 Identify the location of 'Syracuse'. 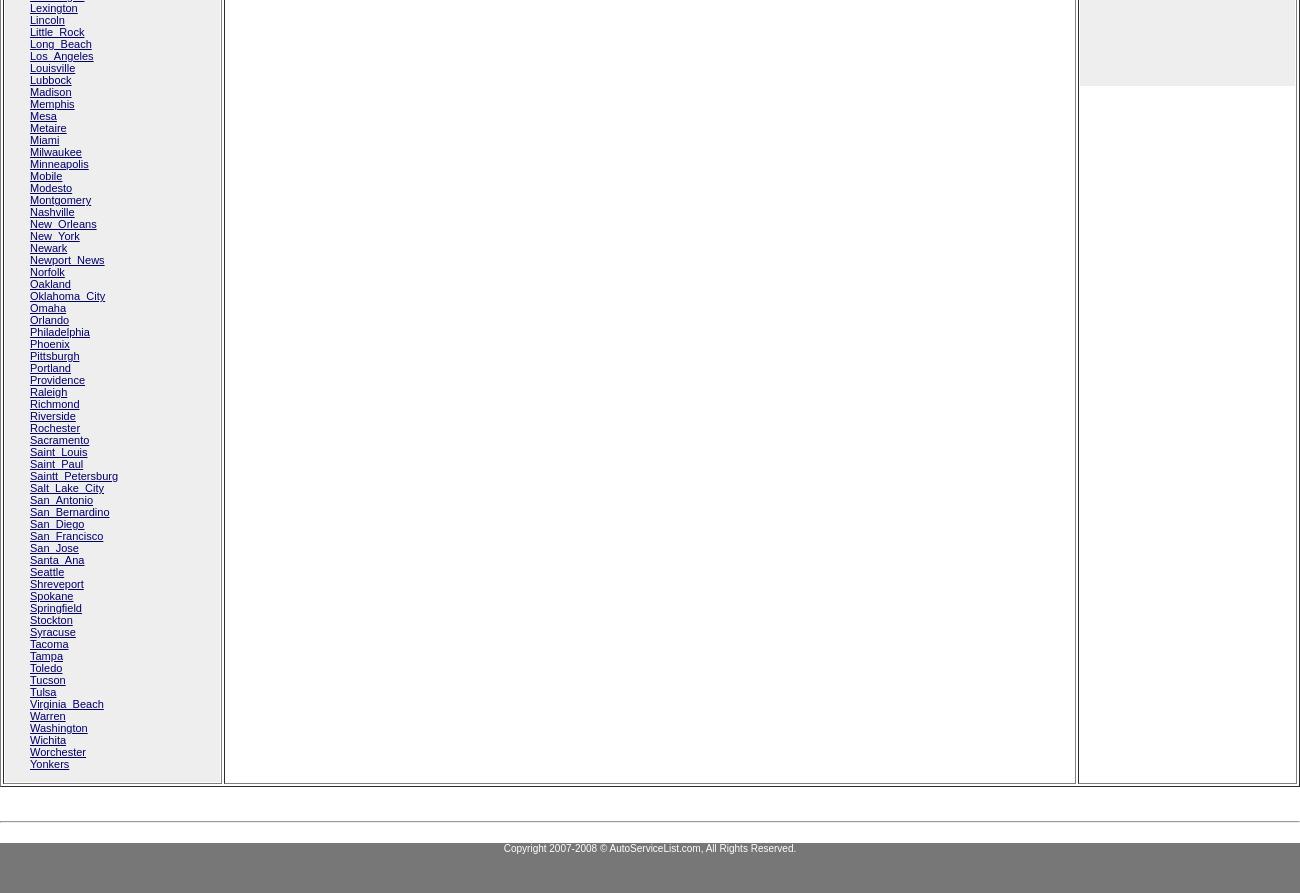
(29, 631).